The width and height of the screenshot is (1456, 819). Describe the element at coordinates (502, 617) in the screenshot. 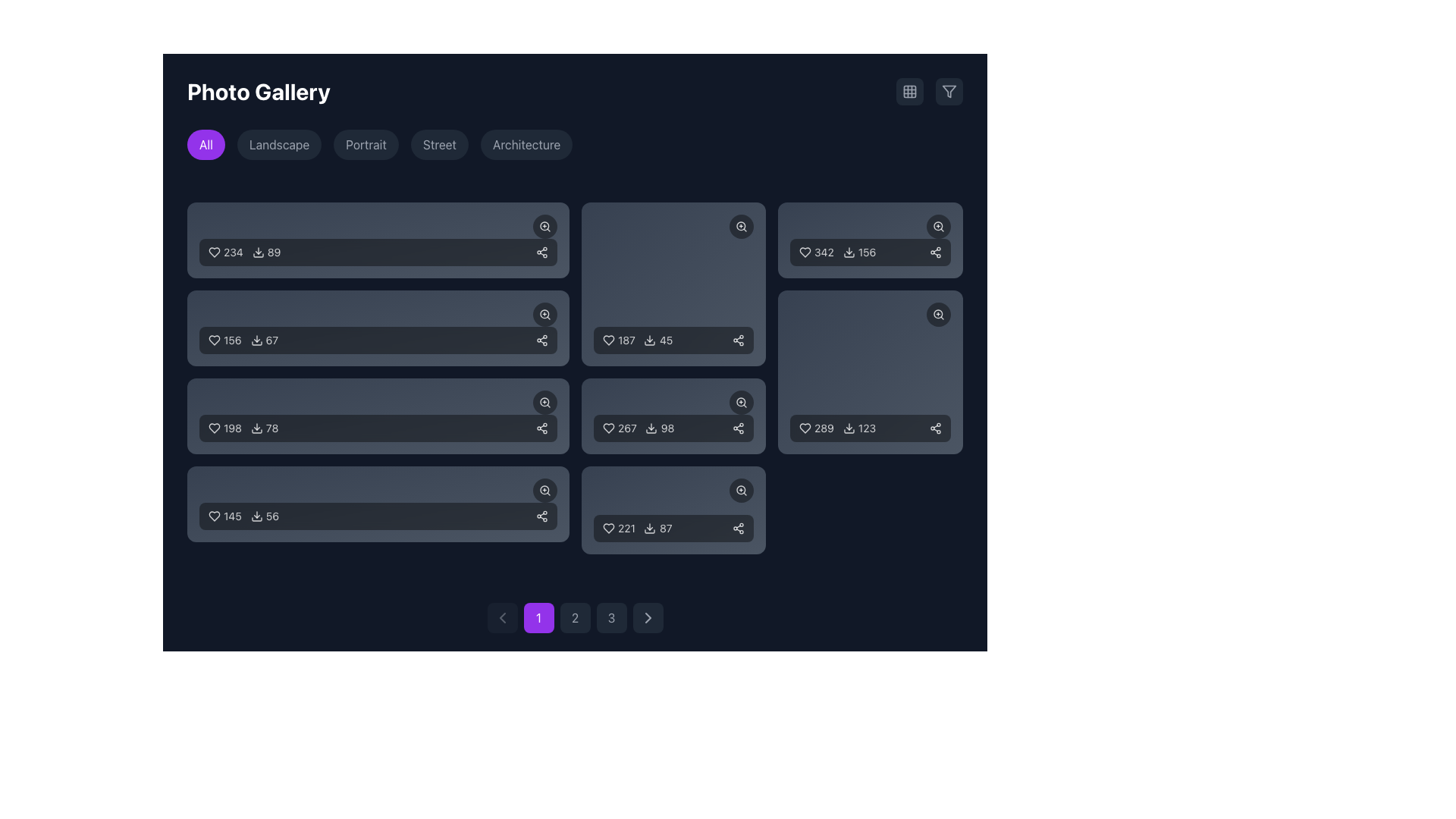

I see `the square button with a dark gray background and a leftward-pointing chevron icon, located at the bottom-left corner of the pagination controls` at that location.